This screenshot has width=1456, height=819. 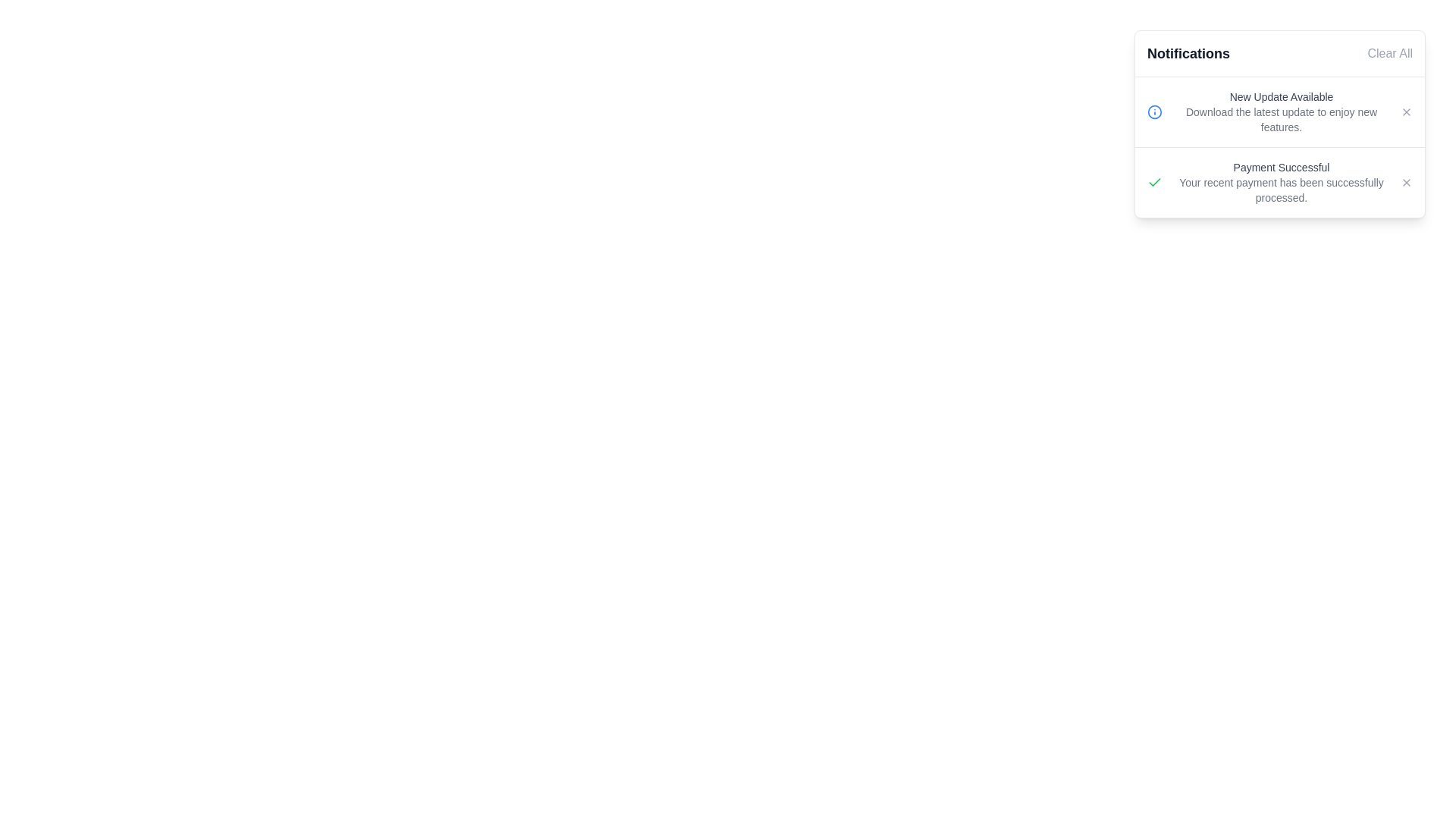 I want to click on the Notification card that displays a success message for the recent payment processed, located at the top-right corner of the interface, so click(x=1279, y=180).